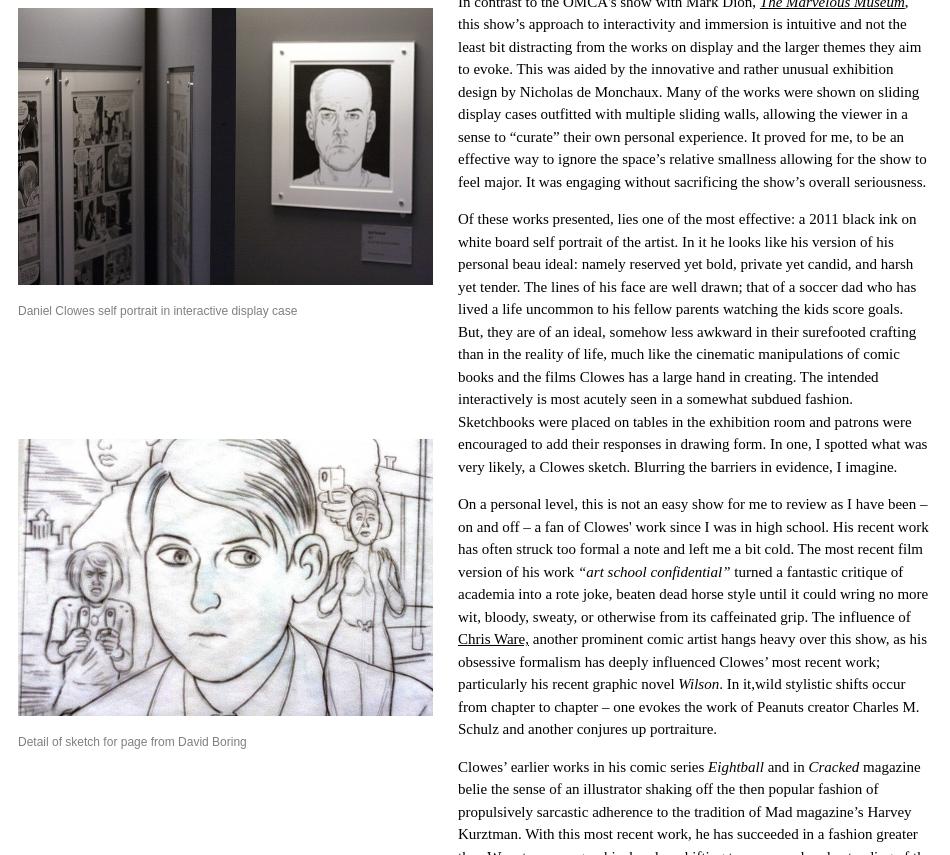 This screenshot has width=950, height=855. What do you see at coordinates (688, 705) in the screenshot?
I see `'. In it,wild stylistic shifts occur from chapter to chapter – one evokes the work of Peanuts creator Charles M. Schulz and another conjures up portraiture.'` at bounding box center [688, 705].